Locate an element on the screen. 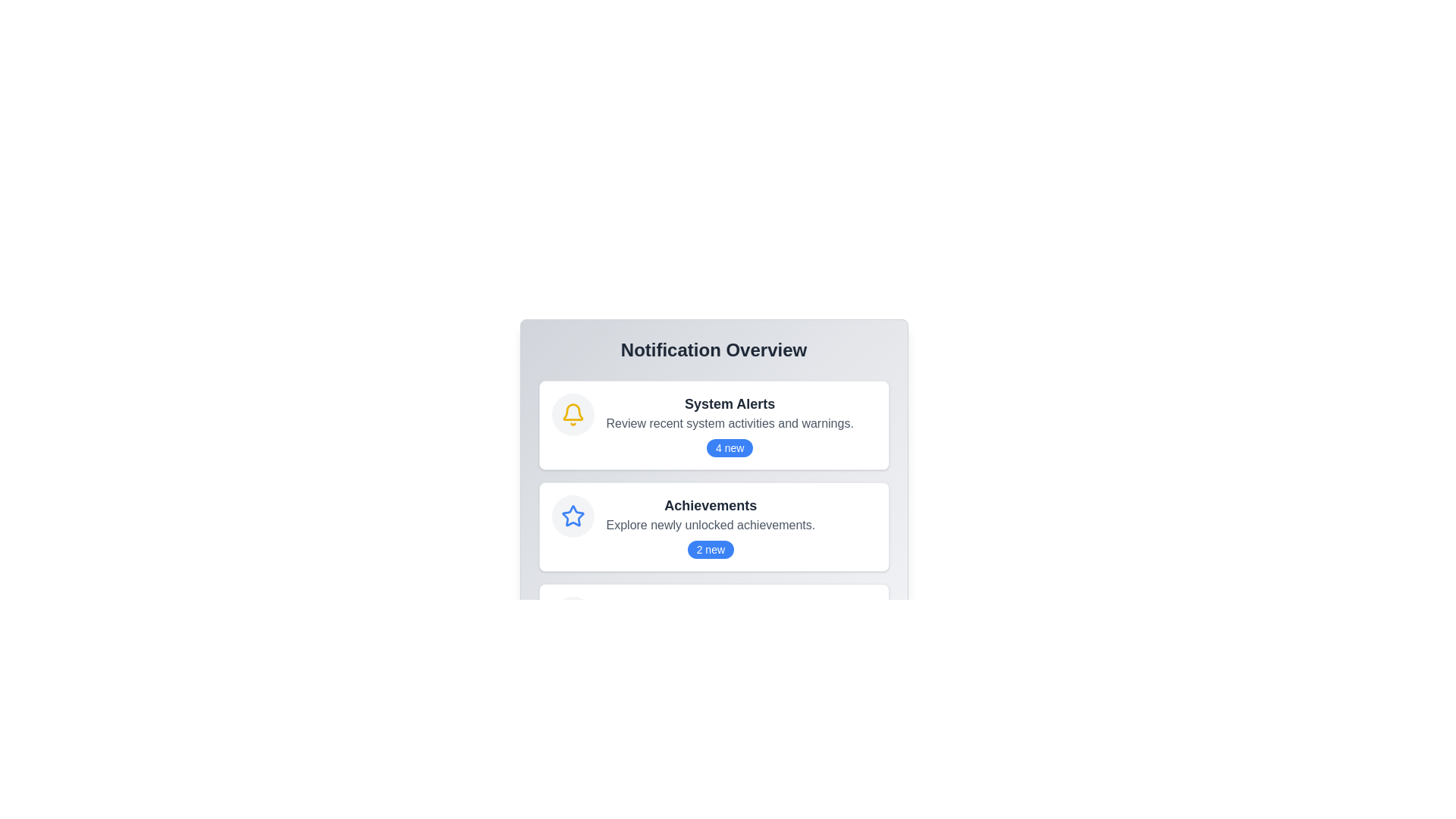 The image size is (1456, 819). text label that serves as a heading for the achievements section, located in the second section of a card layout, positioned before the text 'Explore newly unlocked achievements.' is located at coordinates (710, 506).